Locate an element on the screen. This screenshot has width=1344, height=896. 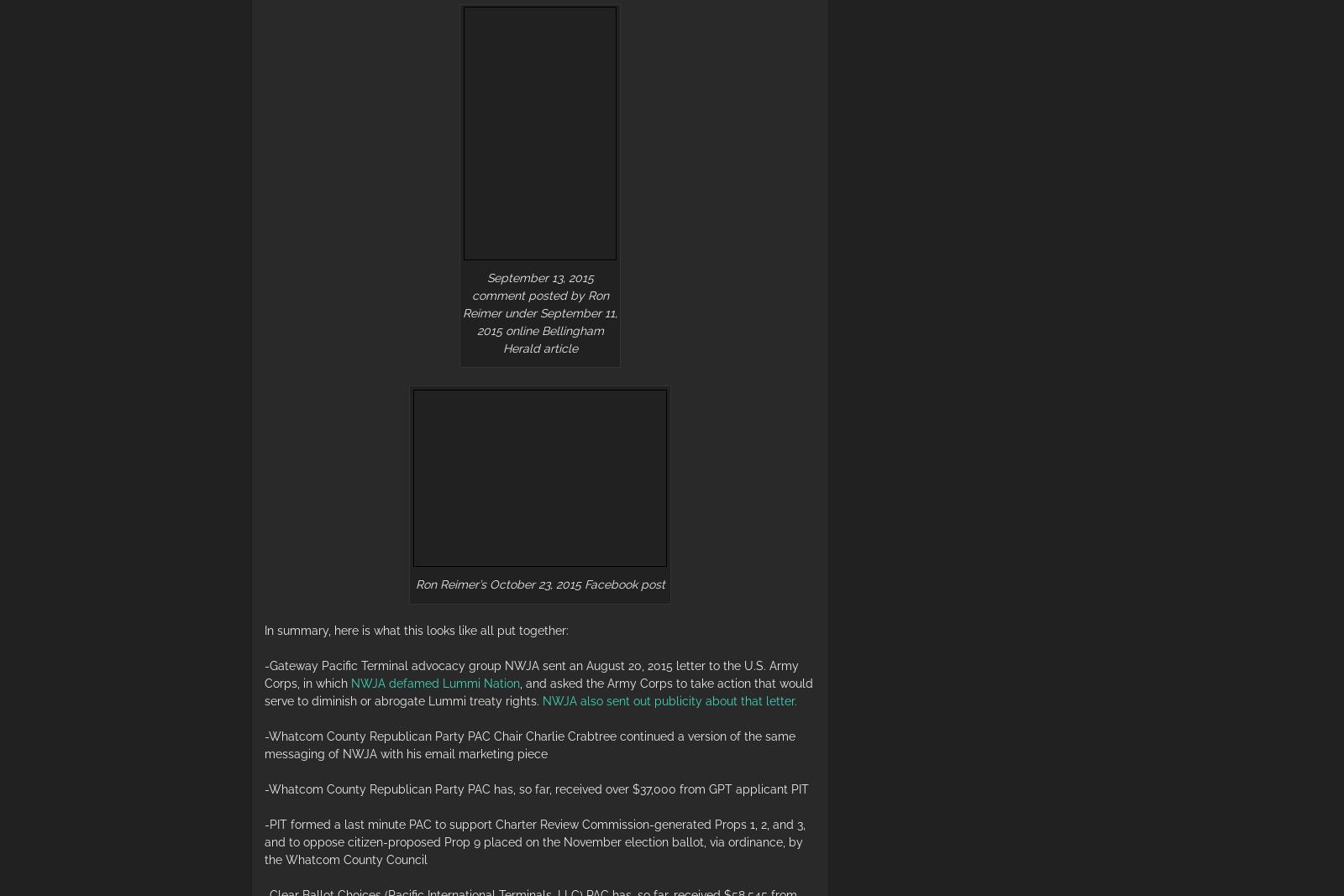
'NWJA also sent out publicity about that letter.' is located at coordinates (669, 699).